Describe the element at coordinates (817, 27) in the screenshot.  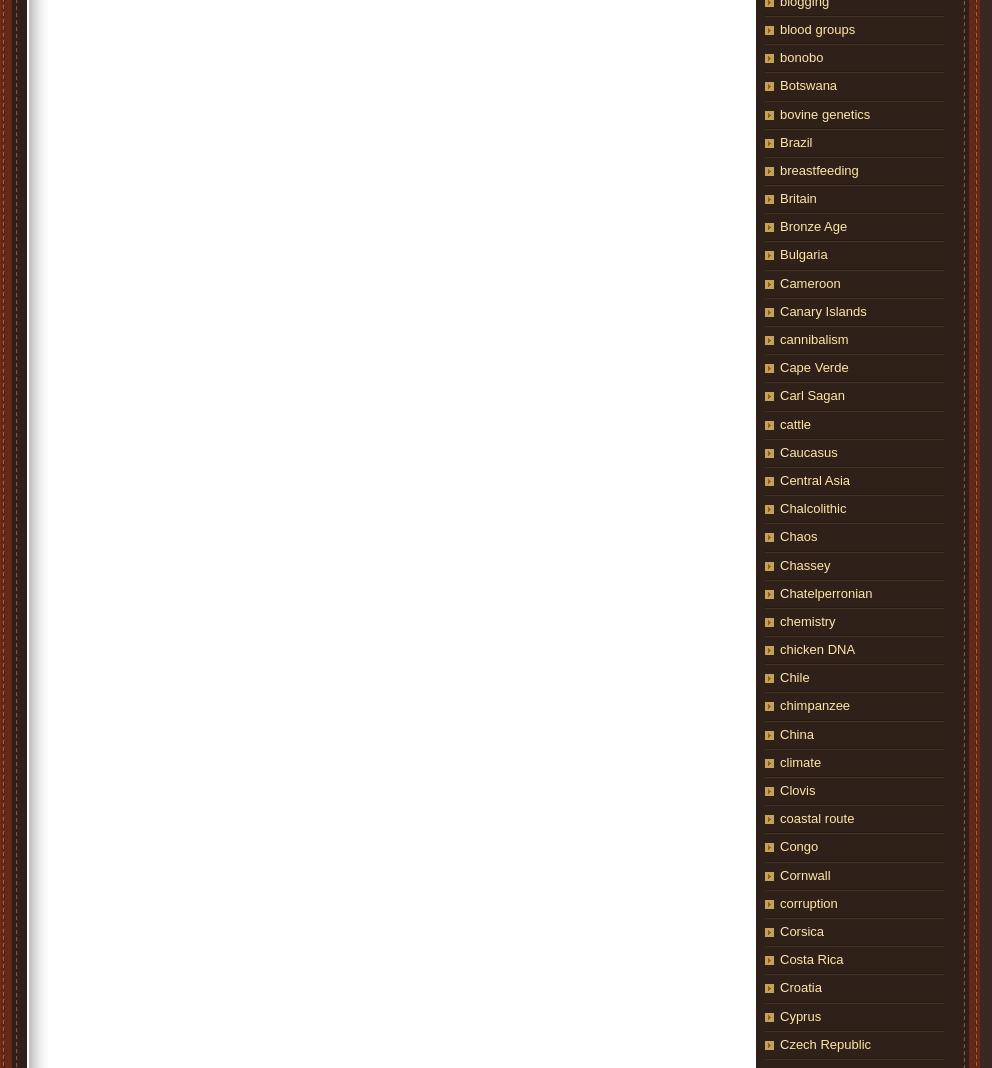
I see `'blood groups'` at that location.